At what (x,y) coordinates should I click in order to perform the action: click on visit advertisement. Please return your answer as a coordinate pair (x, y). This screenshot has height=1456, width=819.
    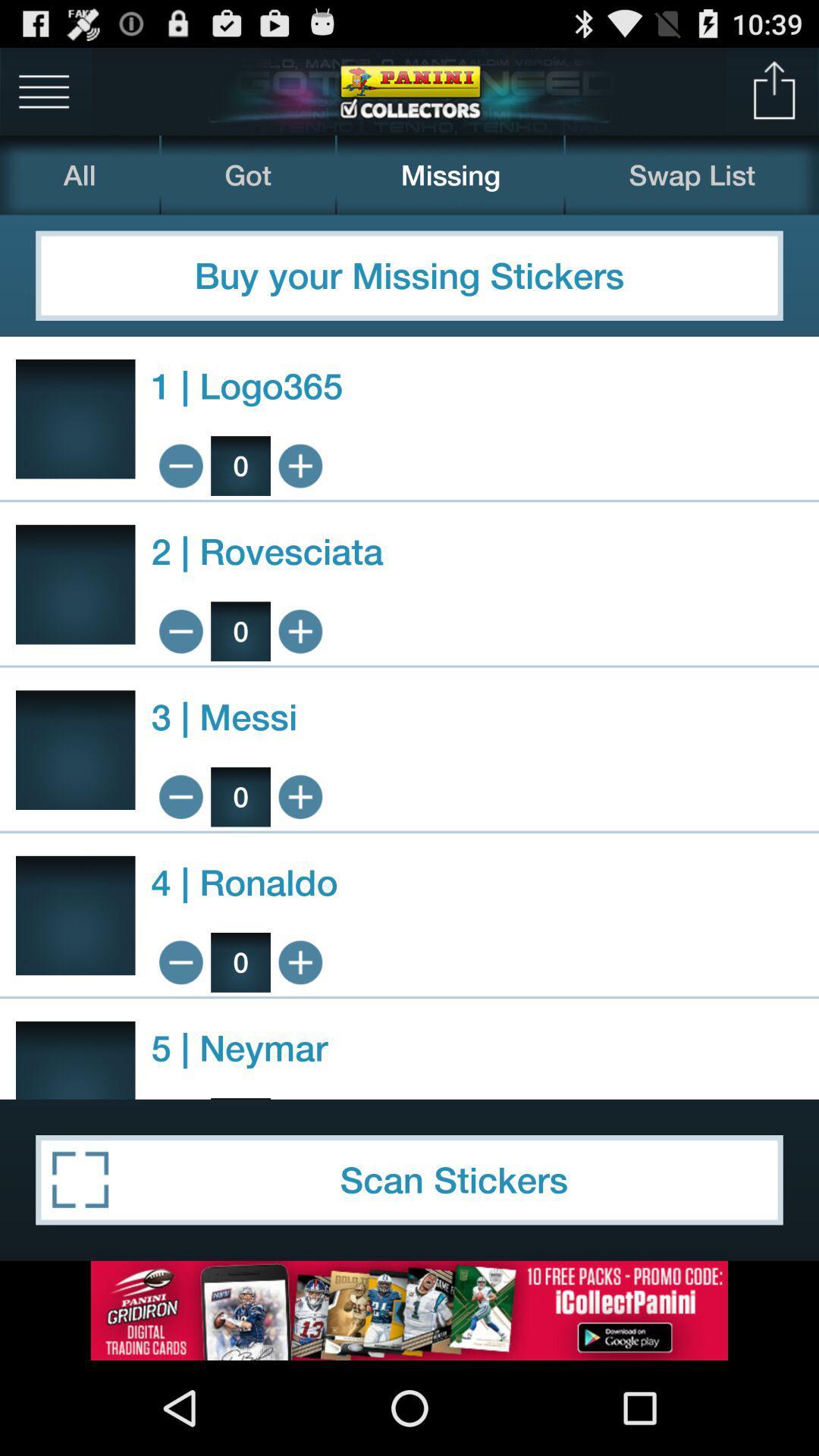
    Looking at the image, I should click on (409, 1310).